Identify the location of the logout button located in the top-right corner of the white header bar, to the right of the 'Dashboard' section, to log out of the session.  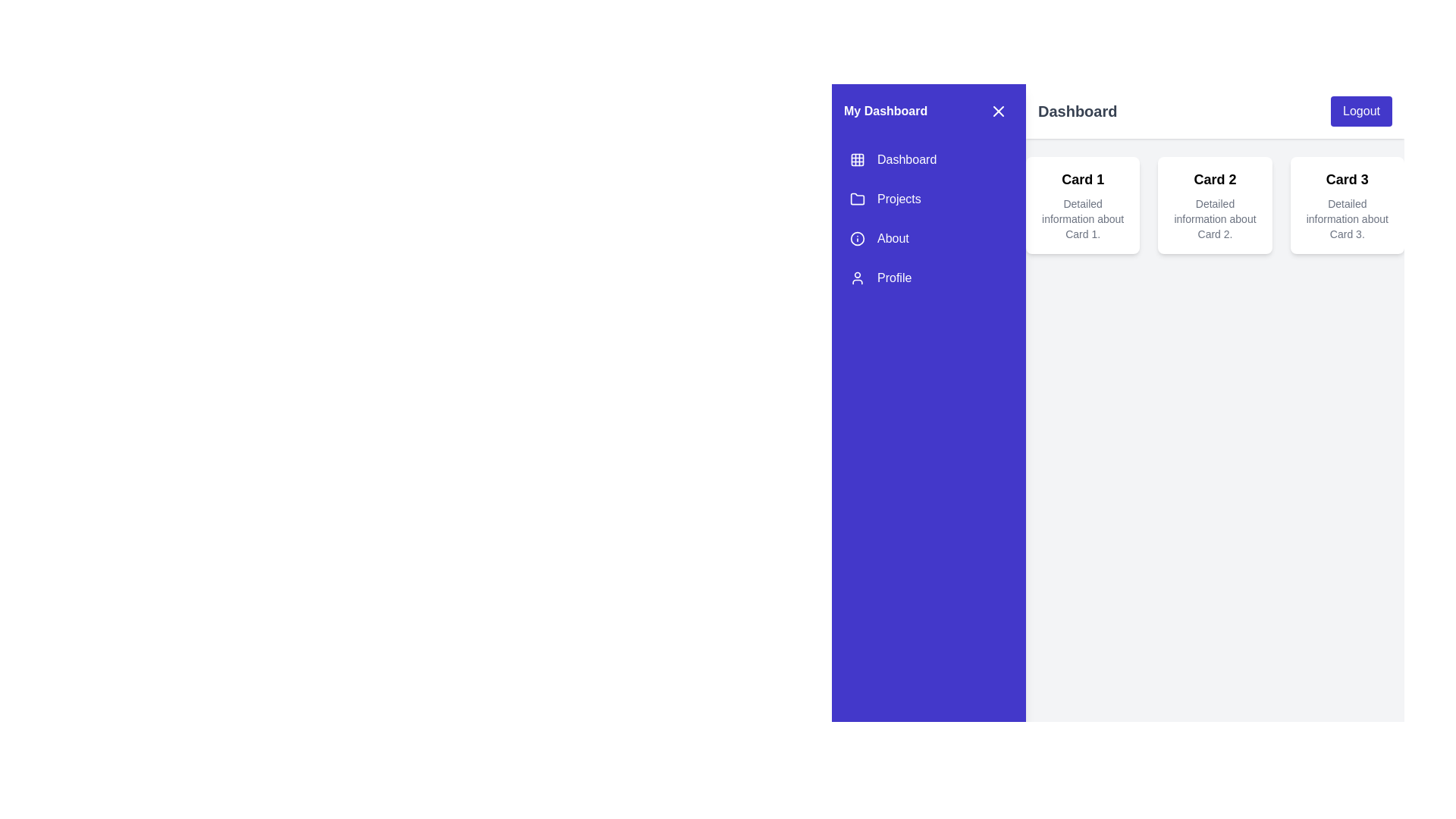
(1361, 110).